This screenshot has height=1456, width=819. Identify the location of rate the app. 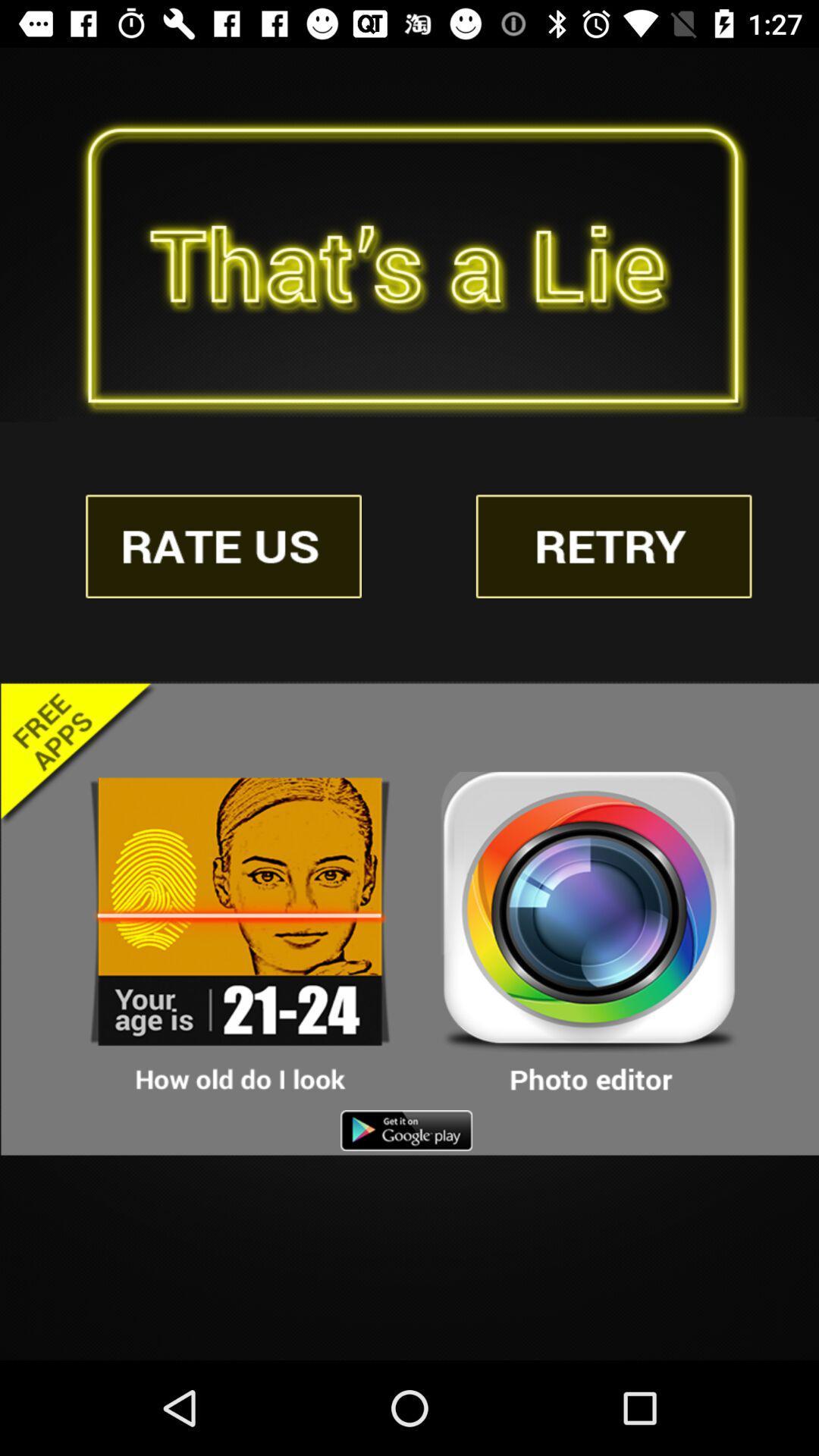
(224, 546).